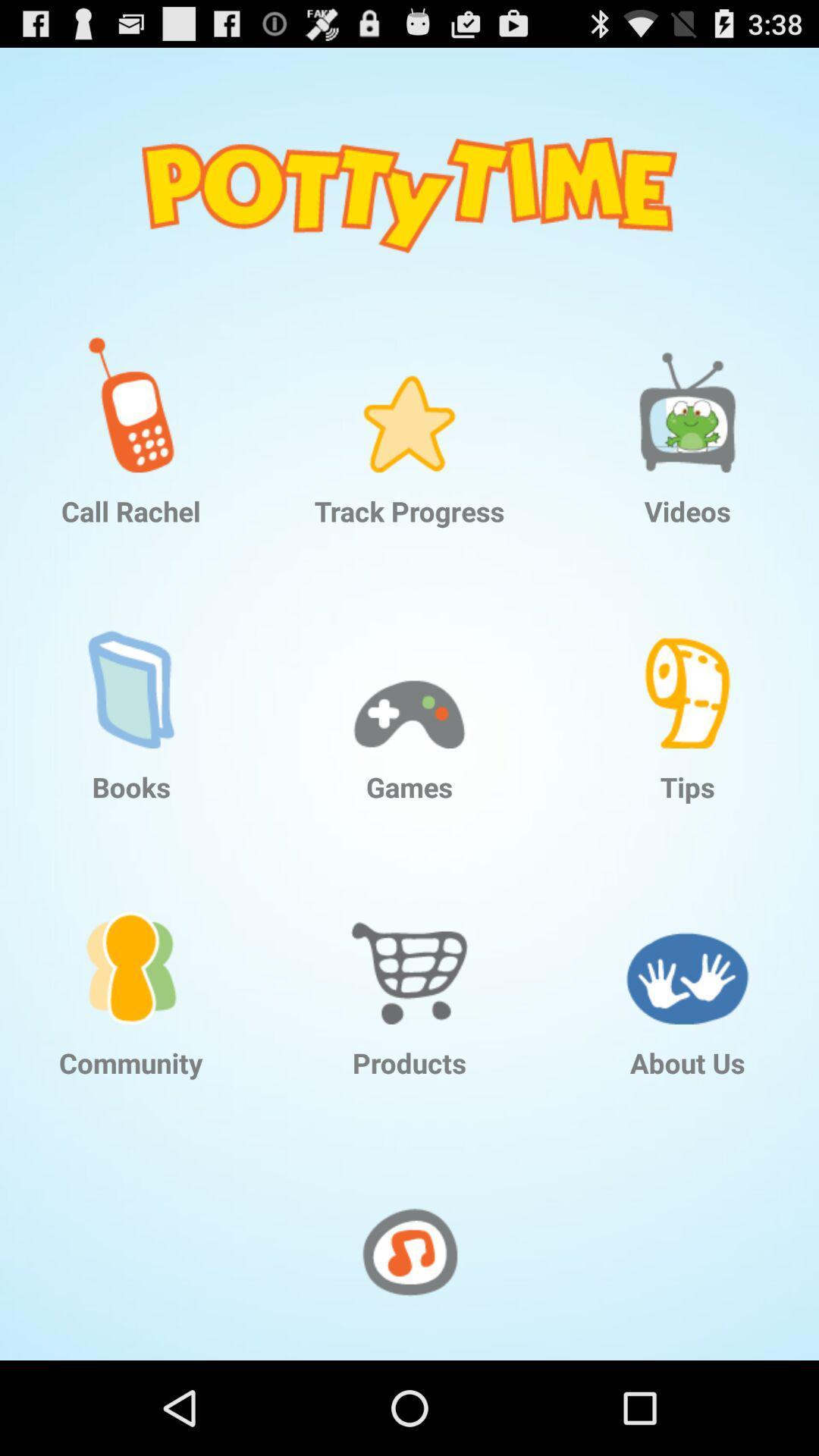 The width and height of the screenshot is (819, 1456). I want to click on the item below call rachel icon, so click(130, 668).